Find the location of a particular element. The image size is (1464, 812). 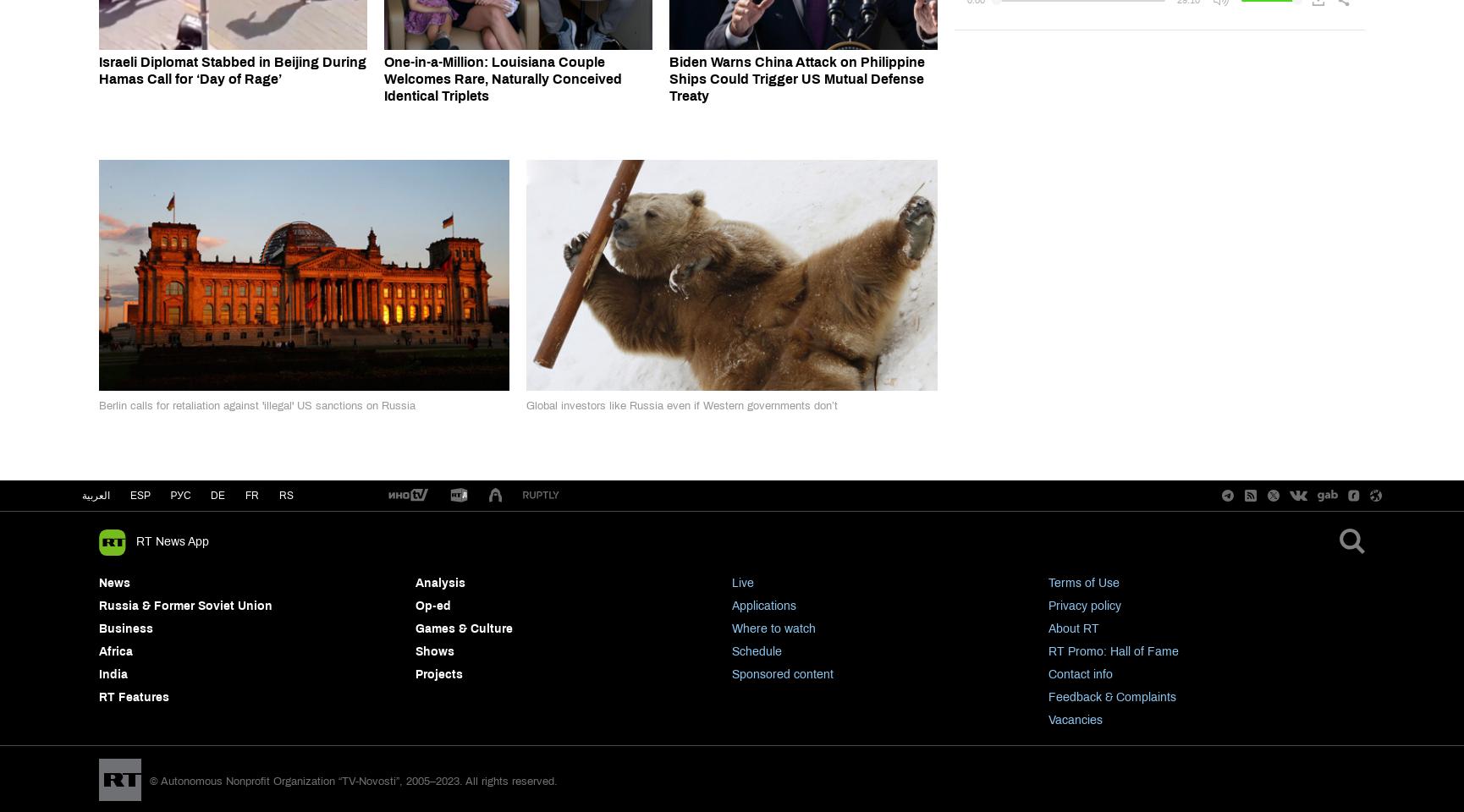

'Terms of Use' is located at coordinates (1048, 583).